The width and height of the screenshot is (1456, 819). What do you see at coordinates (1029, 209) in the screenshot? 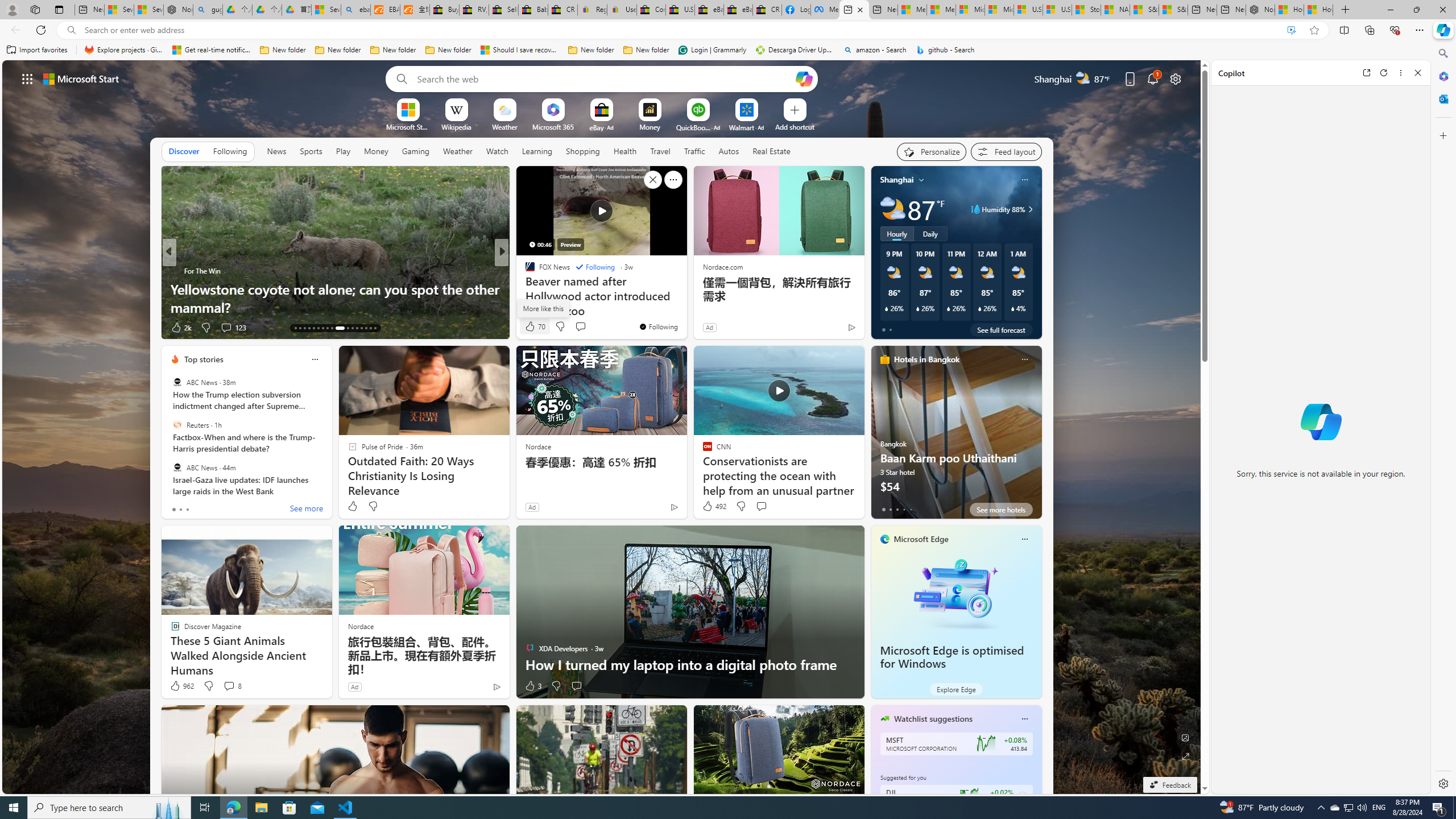
I see `'Class: weather-arrow-glyph'` at bounding box center [1029, 209].